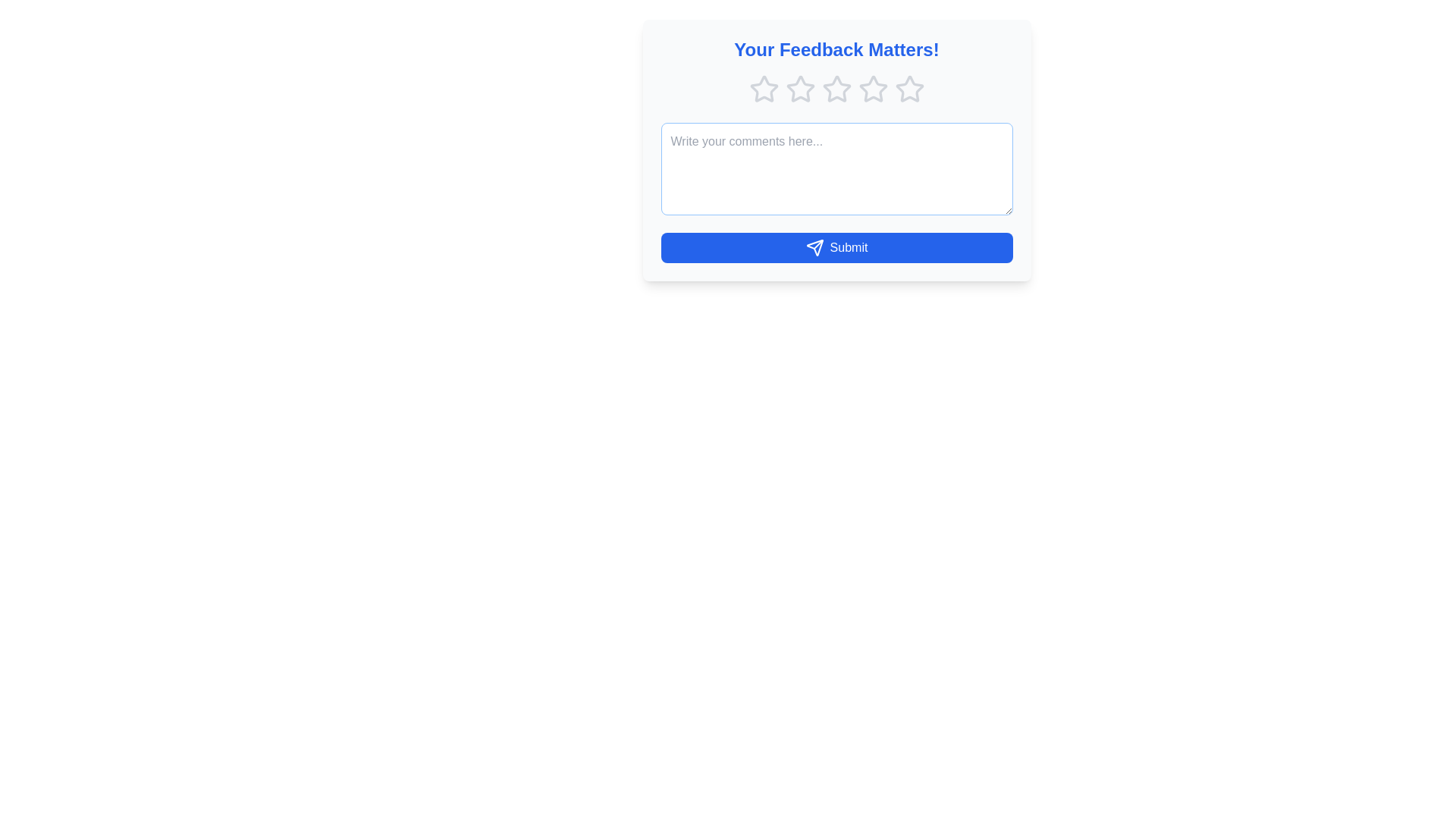 This screenshot has width=1456, height=819. I want to click on the 'Submit' button with a blue background and white text, so click(836, 247).